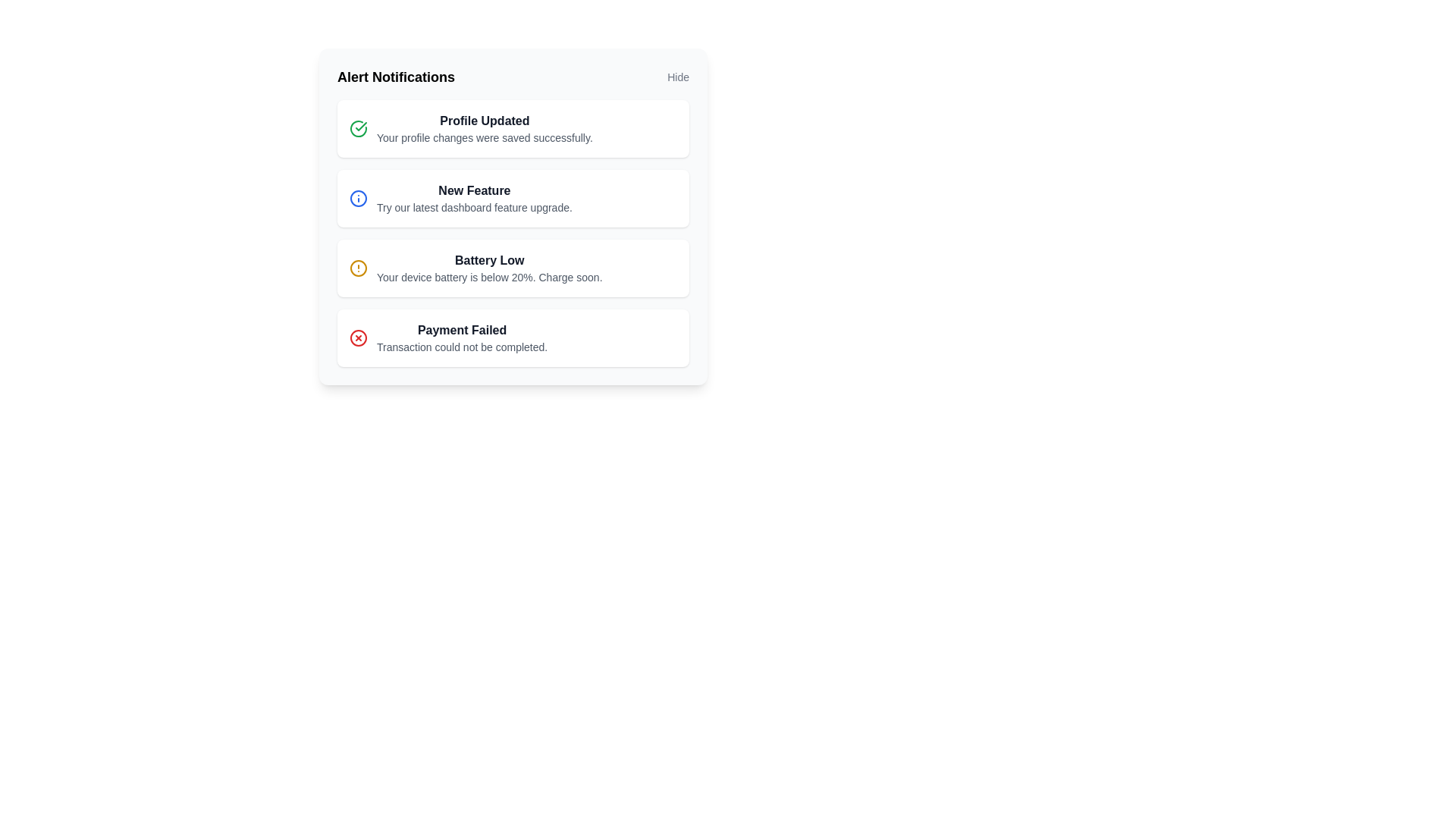 This screenshot has width=1456, height=819. What do you see at coordinates (461, 329) in the screenshot?
I see `the text label that serves as the header for the failed payment notification, which is positioned immediately above the line reading 'Transaction could not be completed.'` at bounding box center [461, 329].